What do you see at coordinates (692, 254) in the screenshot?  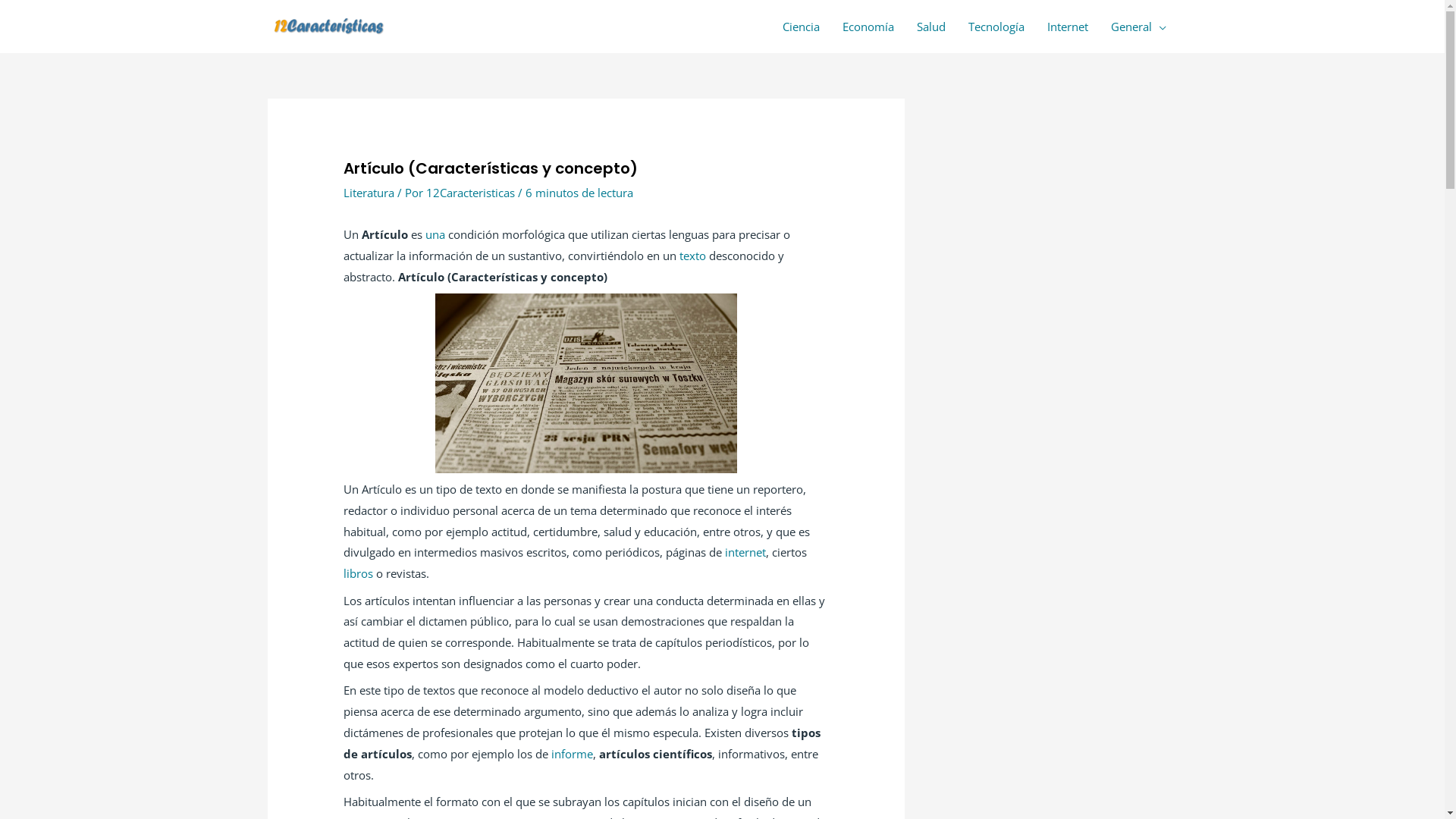 I see `'texto'` at bounding box center [692, 254].